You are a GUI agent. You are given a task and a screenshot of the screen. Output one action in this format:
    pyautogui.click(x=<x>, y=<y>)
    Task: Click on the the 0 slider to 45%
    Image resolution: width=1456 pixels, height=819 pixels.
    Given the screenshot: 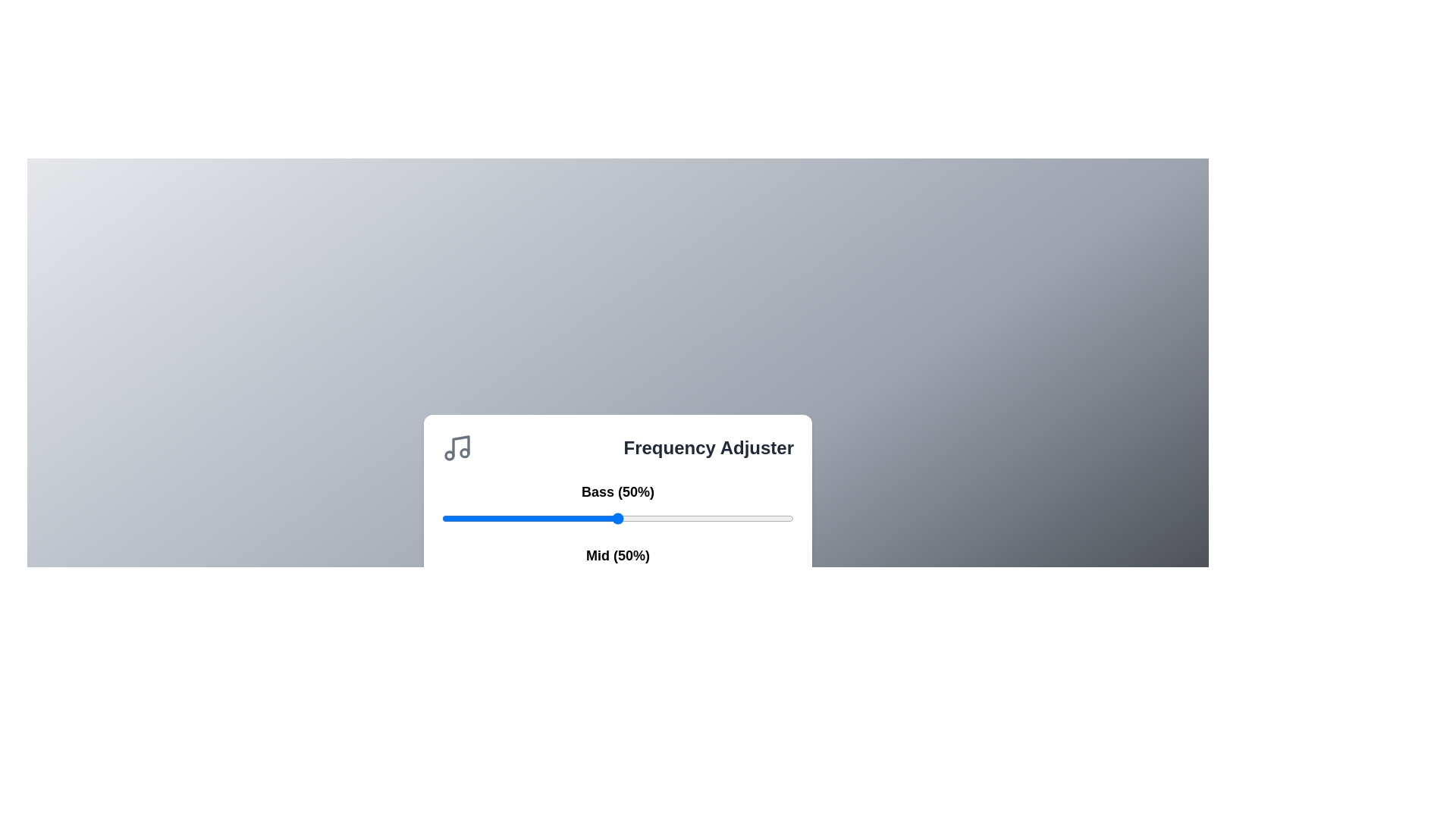 What is the action you would take?
    pyautogui.click(x=776, y=517)
    